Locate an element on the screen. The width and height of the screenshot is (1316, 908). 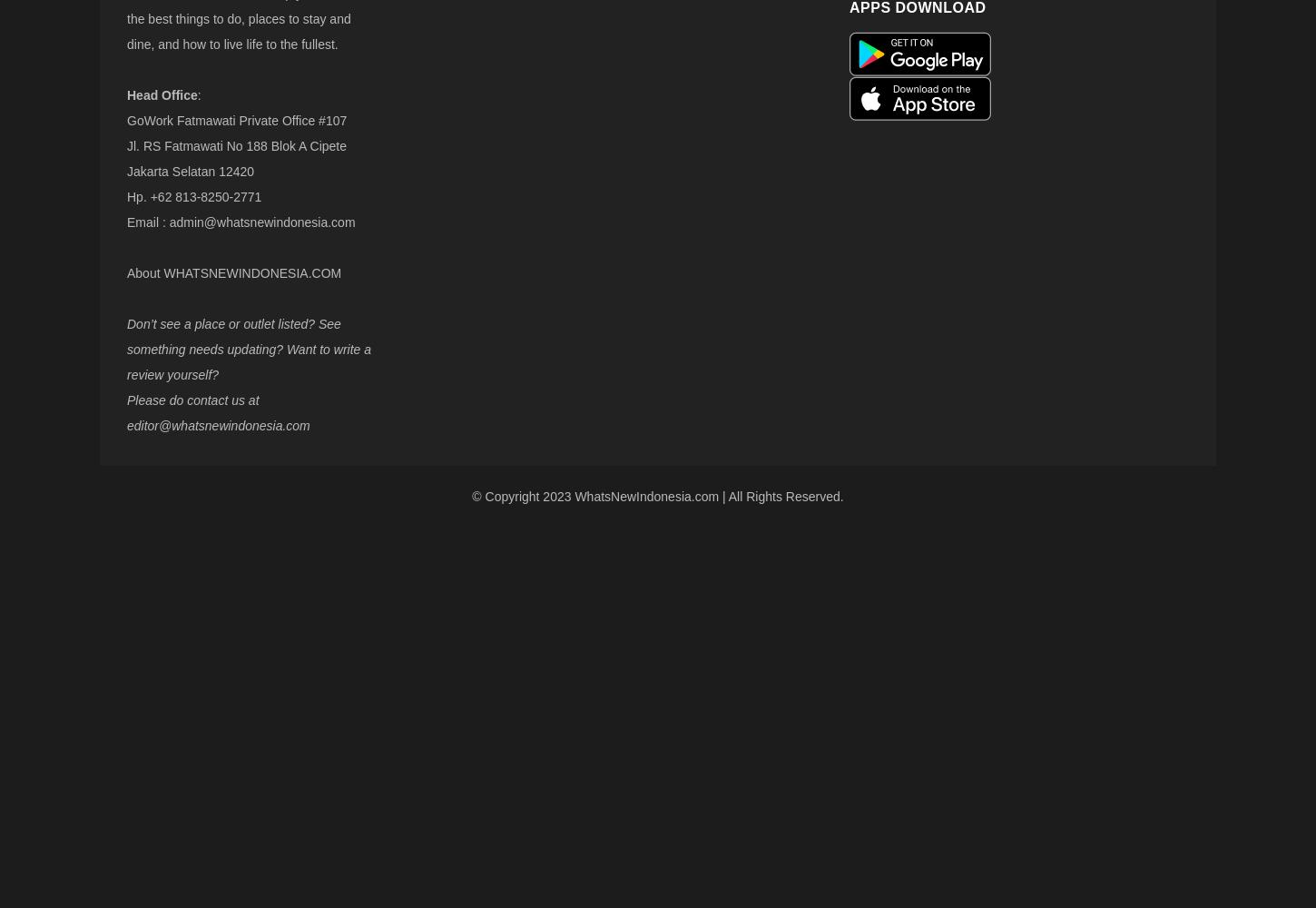
'editor@whatsnewindonesia.com' is located at coordinates (126, 425).